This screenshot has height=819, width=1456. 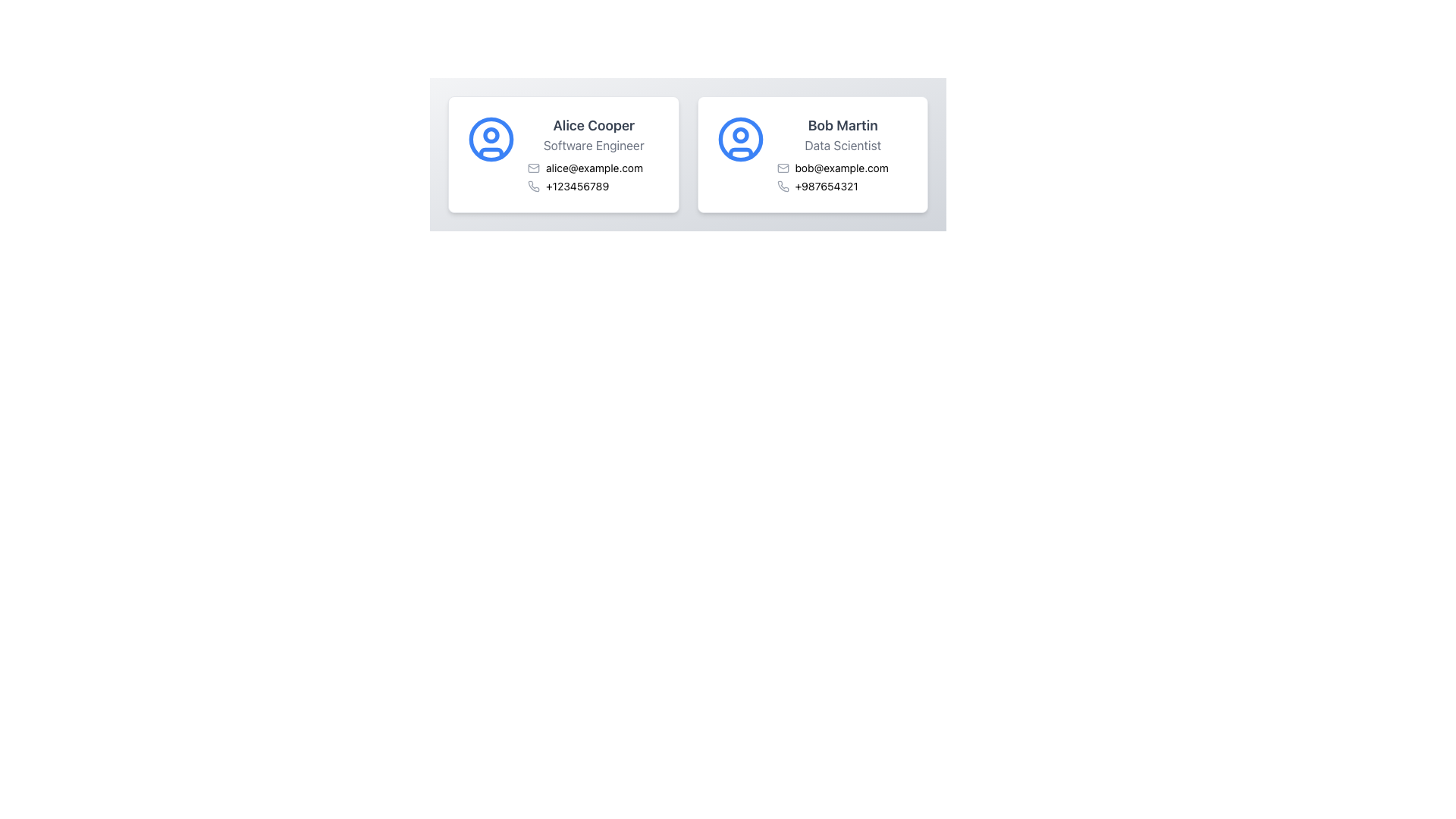 I want to click on the small phone icon, which is styled in light gray and located to the left of the phone number '+987654321' in the profile card of 'Bob Martin', so click(x=783, y=186).